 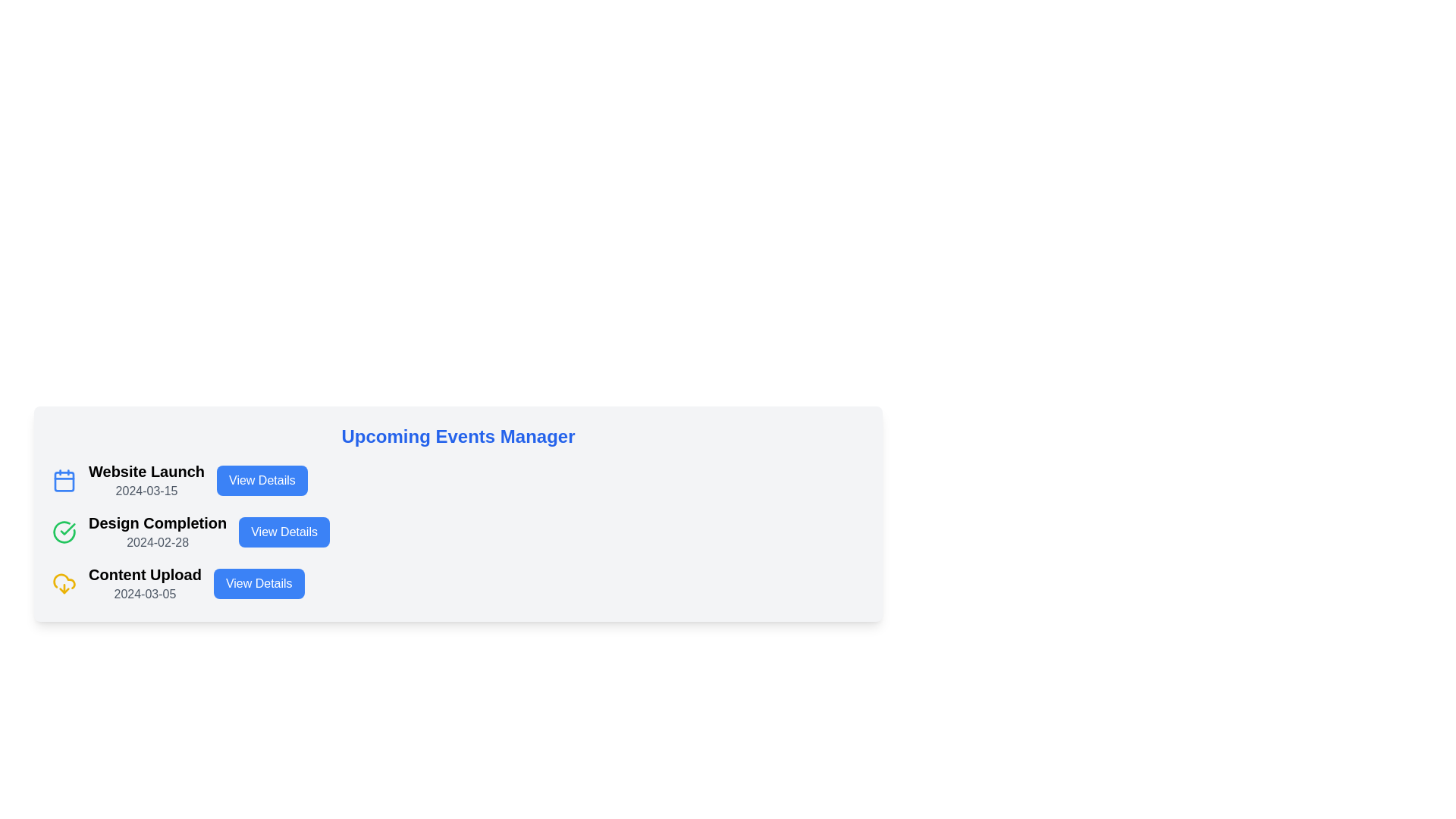 I want to click on the Text Display element that shows 'Design Completion' in bold and the date '2024-02-28' in gray, which is positioned between 'Website Launch' and 'Content Upload', so click(x=158, y=532).